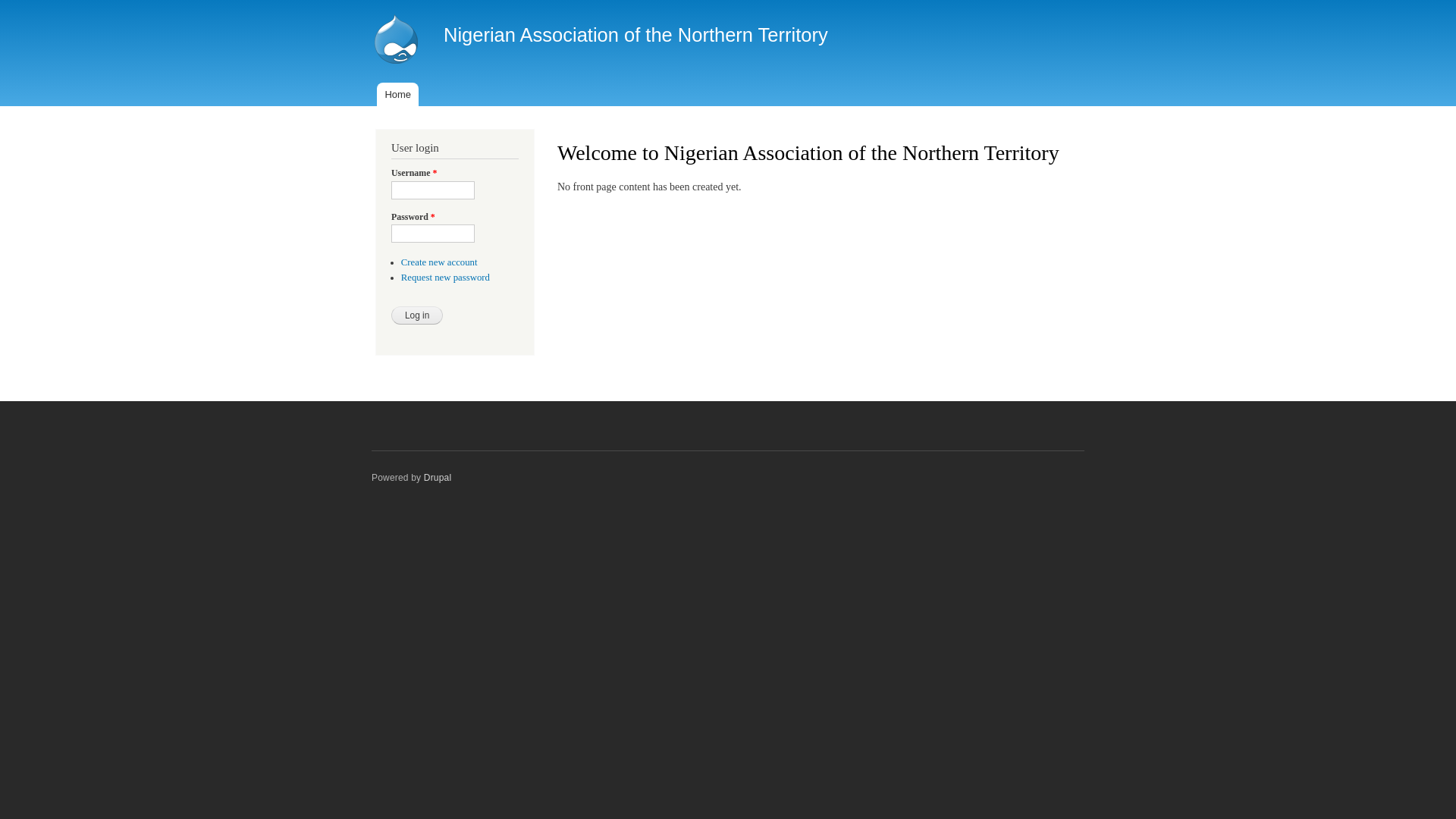  What do you see at coordinates (397, 94) in the screenshot?
I see `'Home'` at bounding box center [397, 94].